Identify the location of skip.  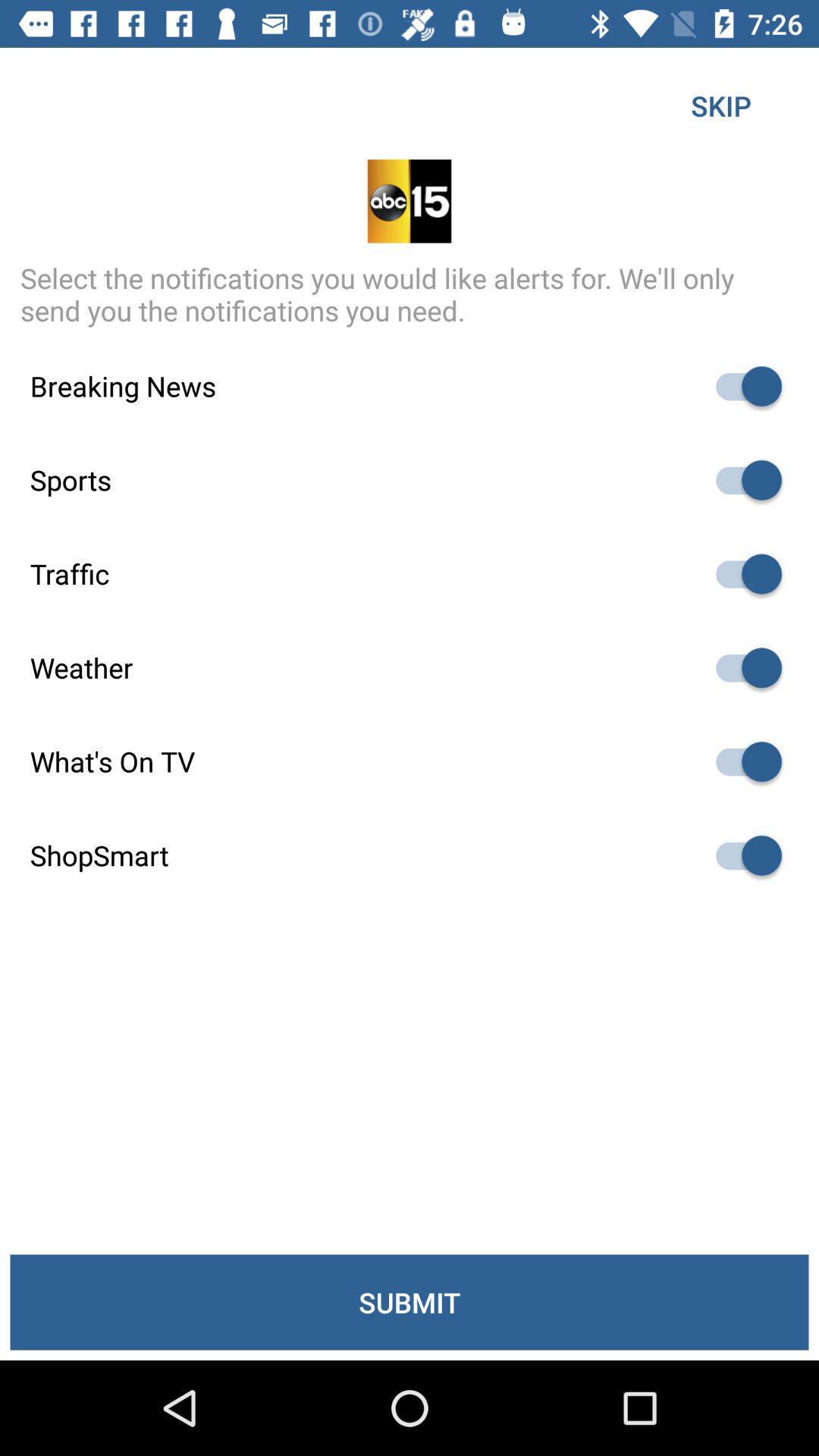
(720, 105).